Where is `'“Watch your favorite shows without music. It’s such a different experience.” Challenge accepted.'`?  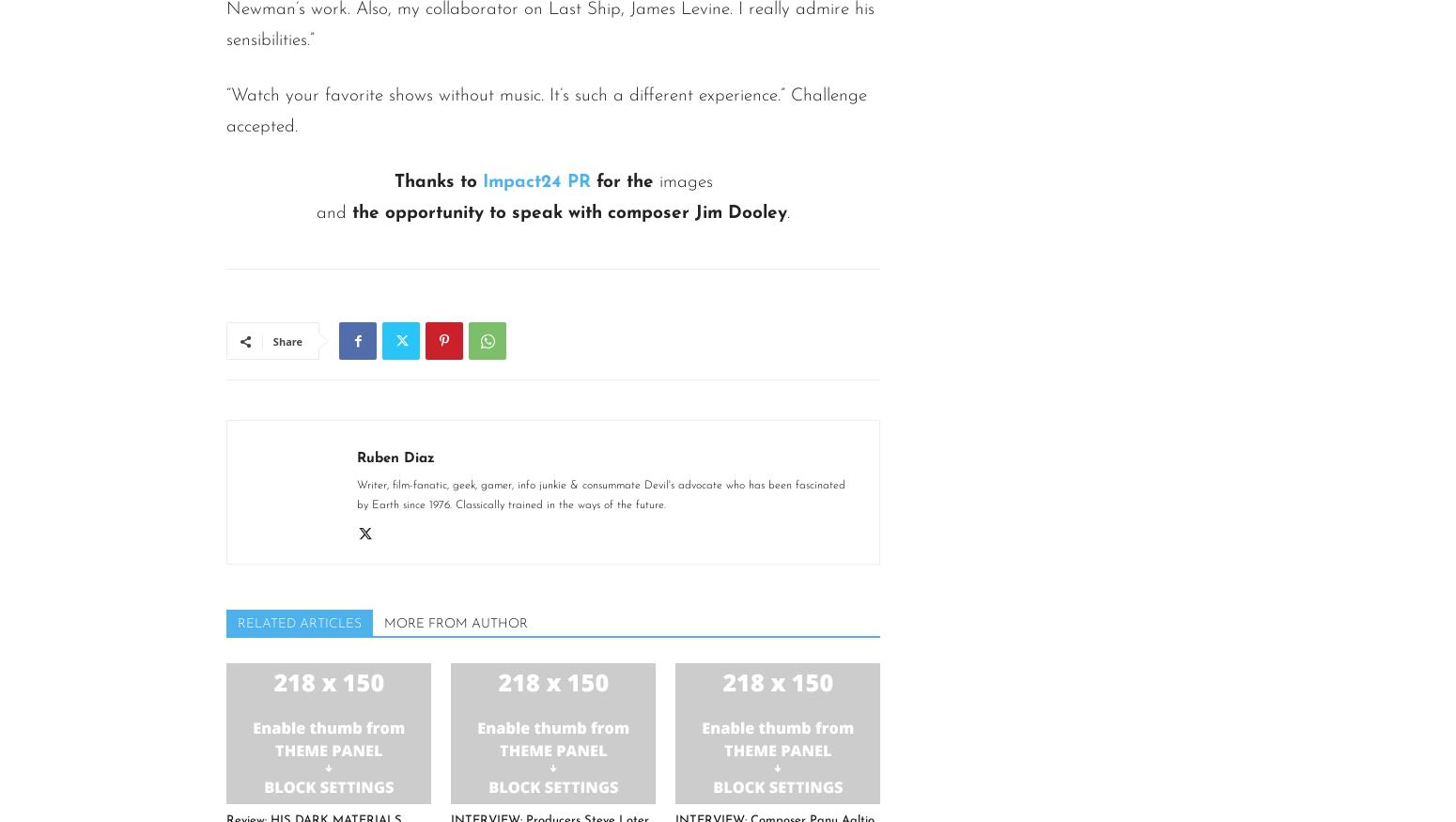
'“Watch your favorite shows without music. It’s such a different experience.” Challenge accepted.' is located at coordinates (547, 112).